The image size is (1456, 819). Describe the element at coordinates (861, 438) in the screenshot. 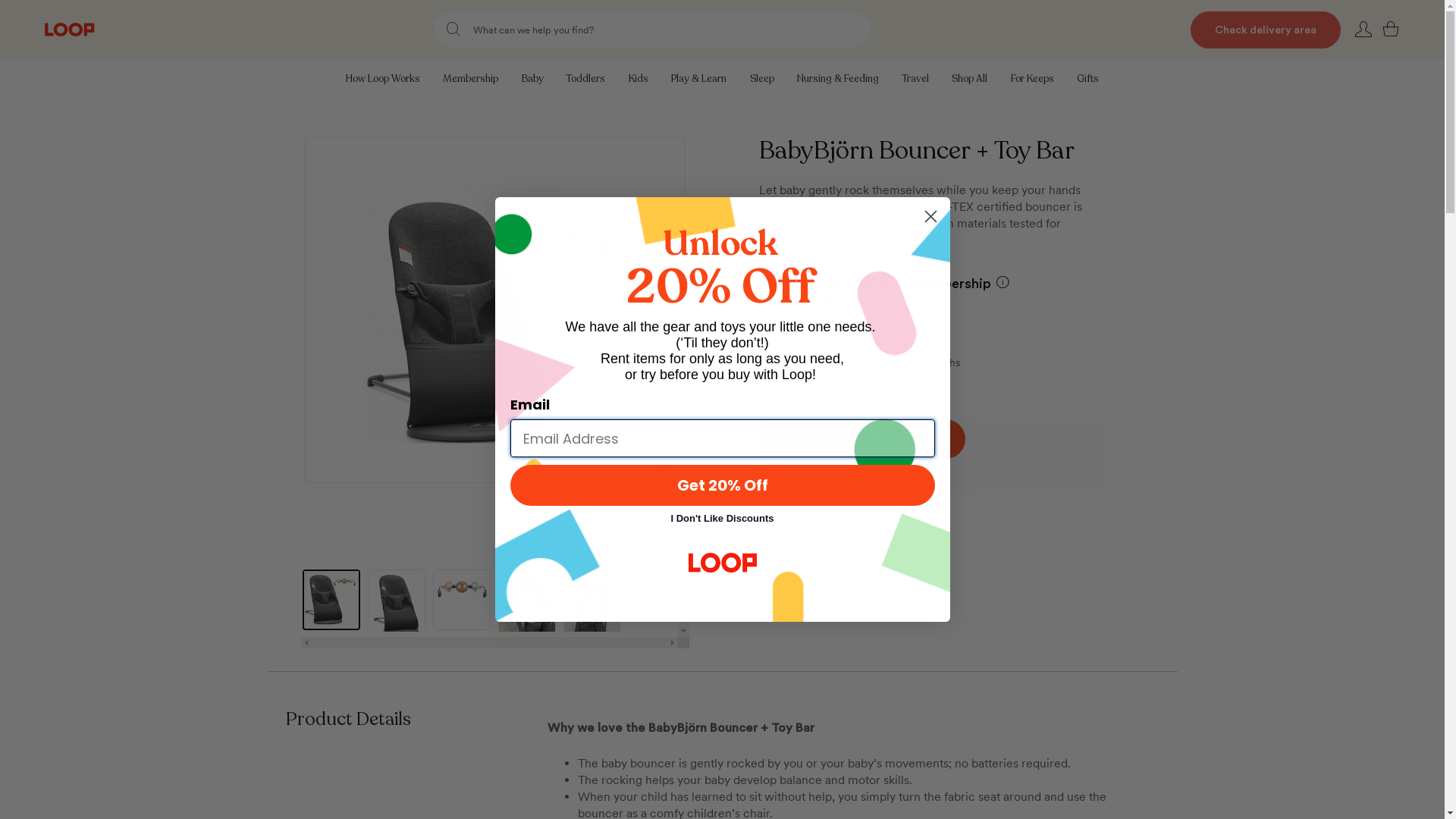

I see `'Add To Bag'` at that location.